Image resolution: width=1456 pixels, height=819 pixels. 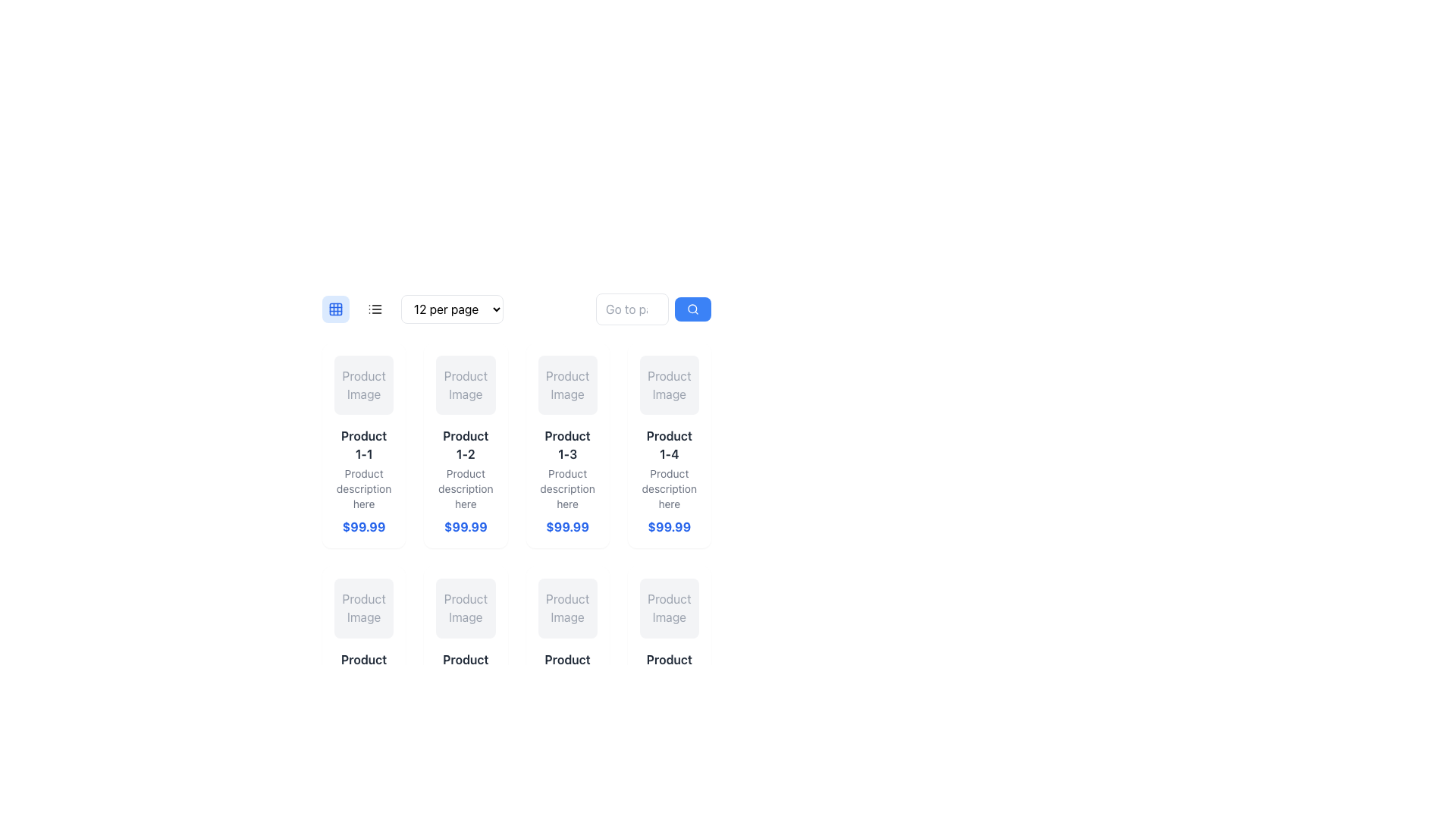 What do you see at coordinates (692, 309) in the screenshot?
I see `the submit button located to the right of the 'Go to page' input box for keyboard accessibility` at bounding box center [692, 309].